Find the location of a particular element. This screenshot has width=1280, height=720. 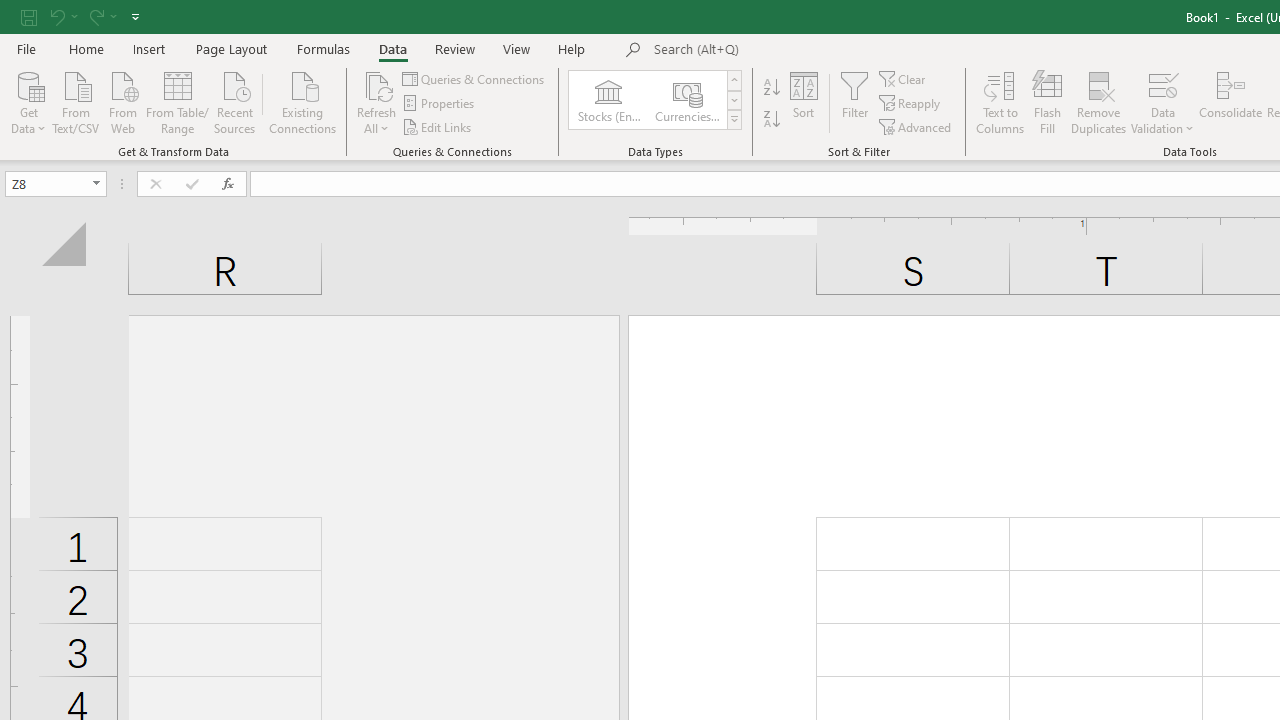

'Clear' is located at coordinates (902, 78).